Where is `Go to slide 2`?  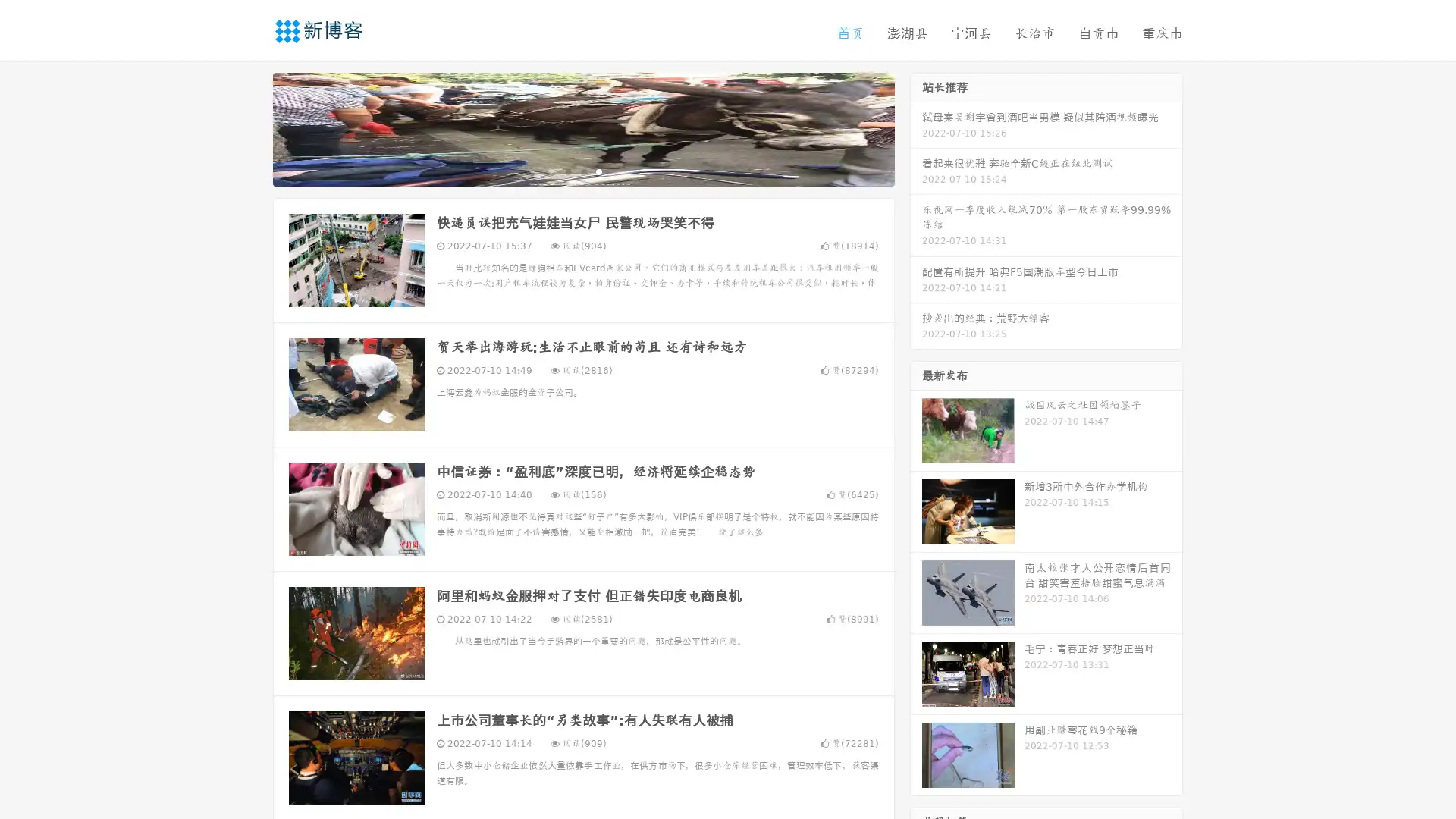 Go to slide 2 is located at coordinates (582, 171).